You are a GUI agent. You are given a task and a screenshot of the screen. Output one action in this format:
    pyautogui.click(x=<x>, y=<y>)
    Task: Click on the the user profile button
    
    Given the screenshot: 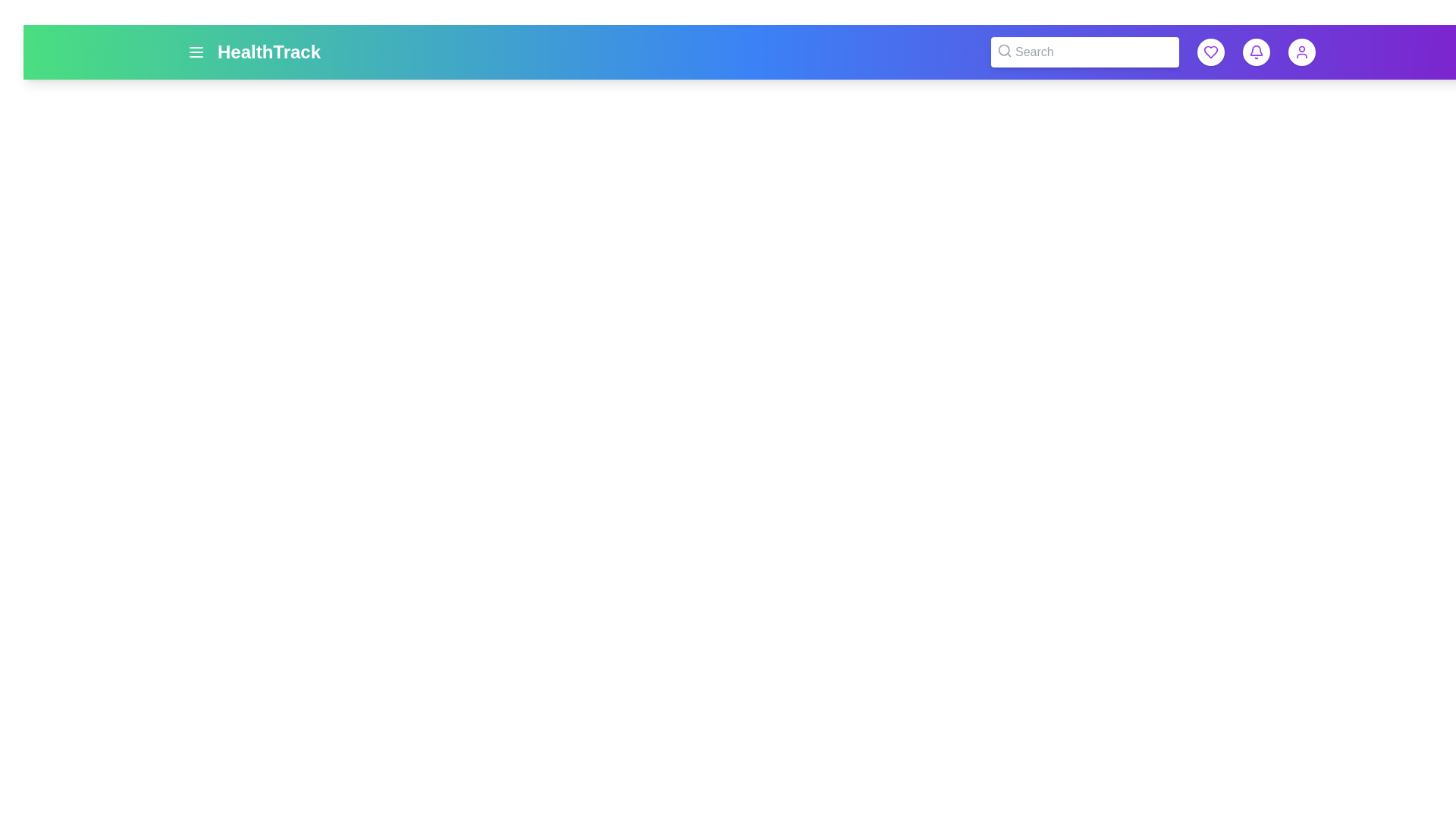 What is the action you would take?
    pyautogui.click(x=1301, y=52)
    